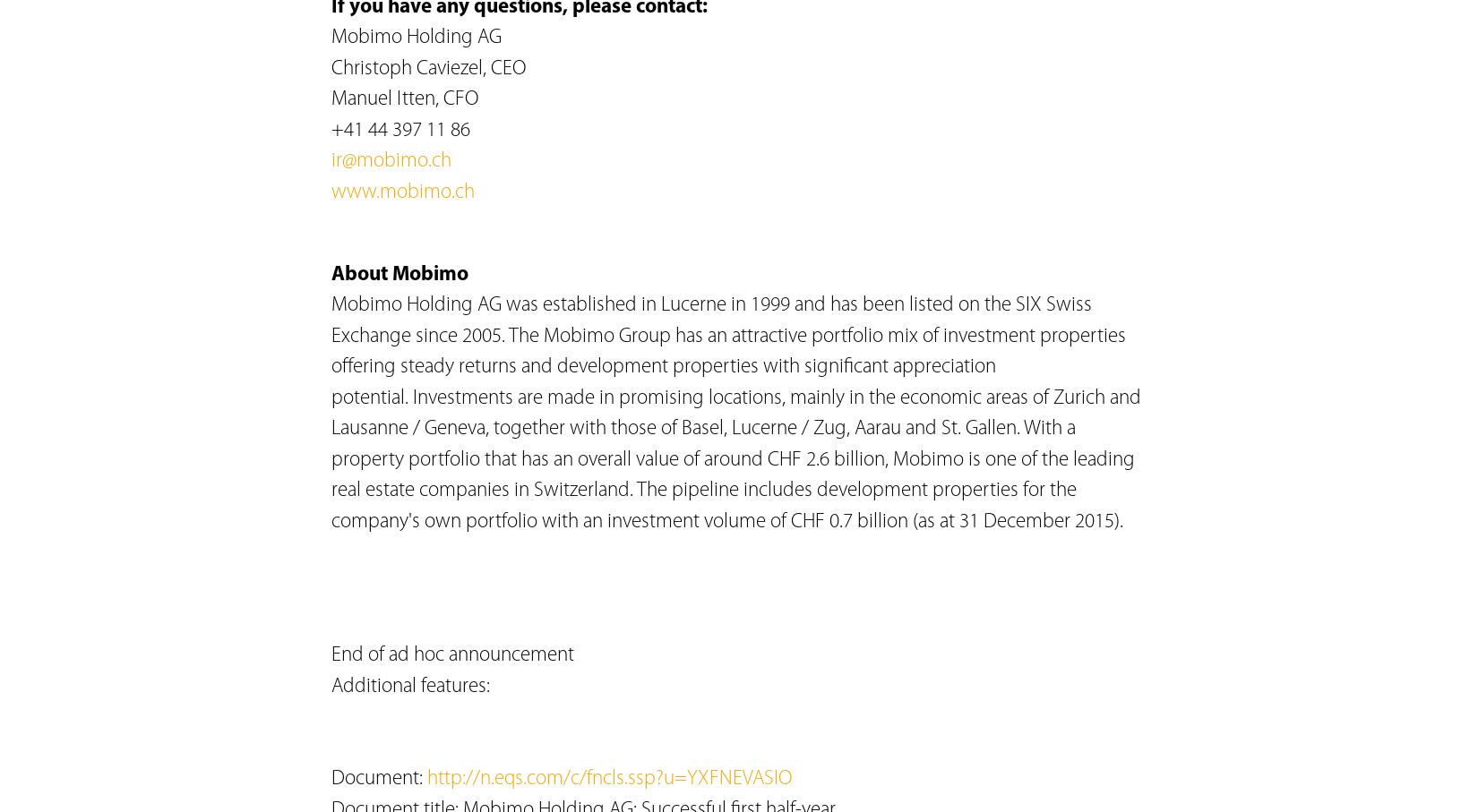 The height and width of the screenshot is (812, 1478). Describe the element at coordinates (451, 655) in the screenshot. I see `'End of ad hoc announcement'` at that location.